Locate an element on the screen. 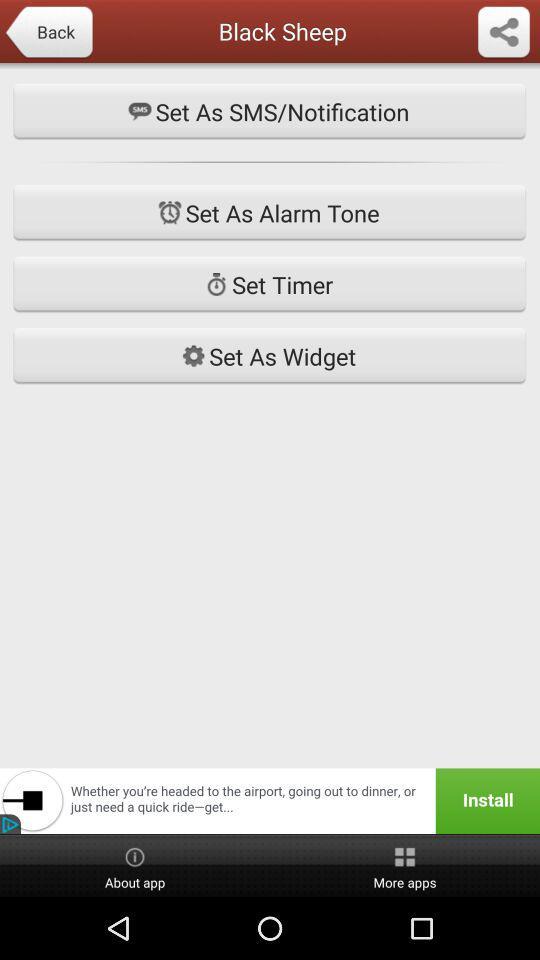  icon below the set as widget icon is located at coordinates (270, 801).